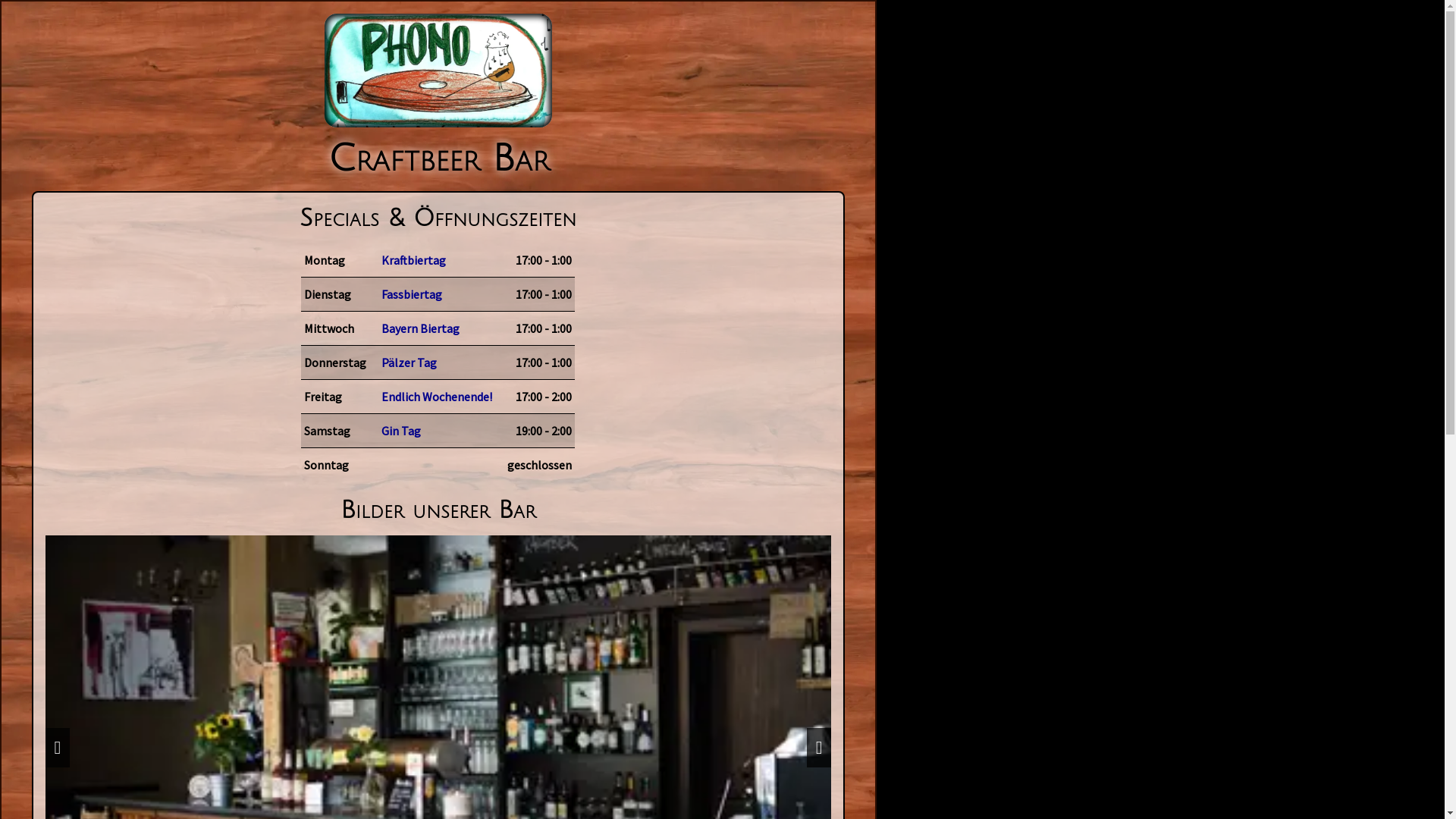 The width and height of the screenshot is (1456, 819). I want to click on 'Fassbiertag', so click(369, 294).